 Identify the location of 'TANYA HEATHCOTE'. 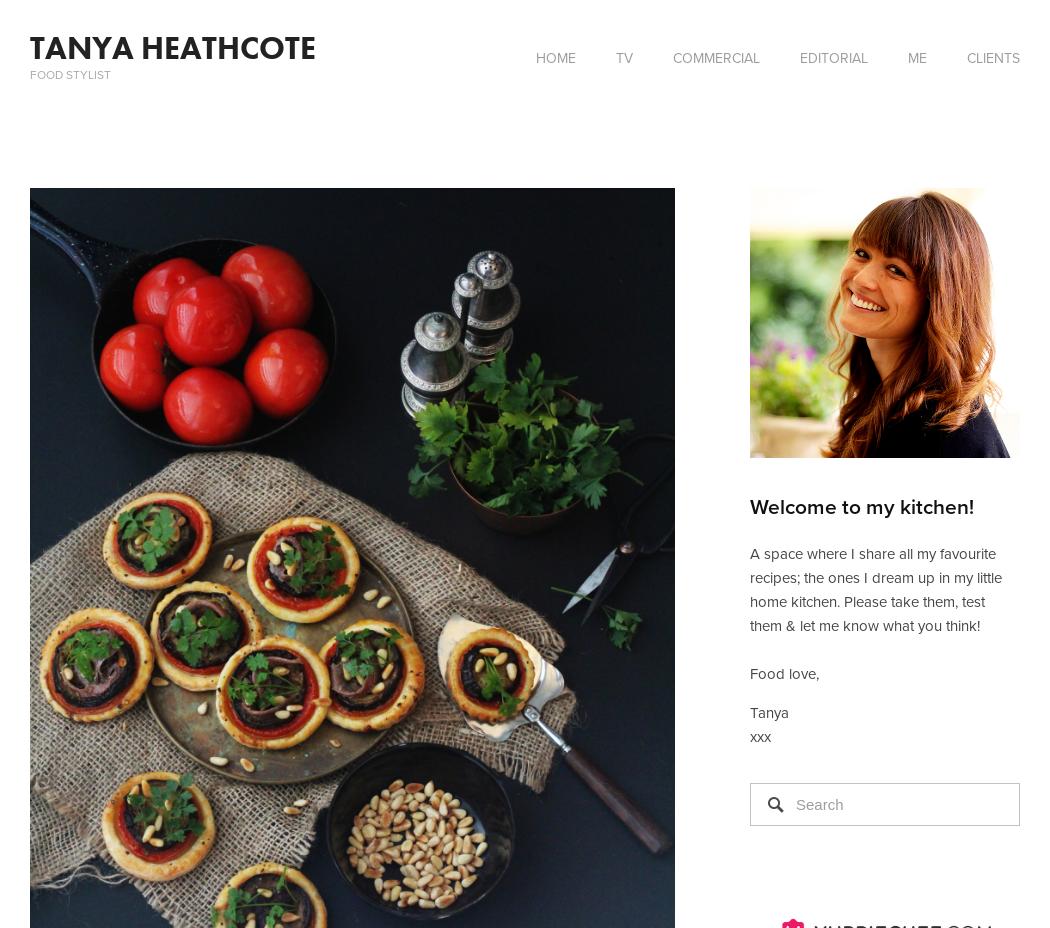
(173, 47).